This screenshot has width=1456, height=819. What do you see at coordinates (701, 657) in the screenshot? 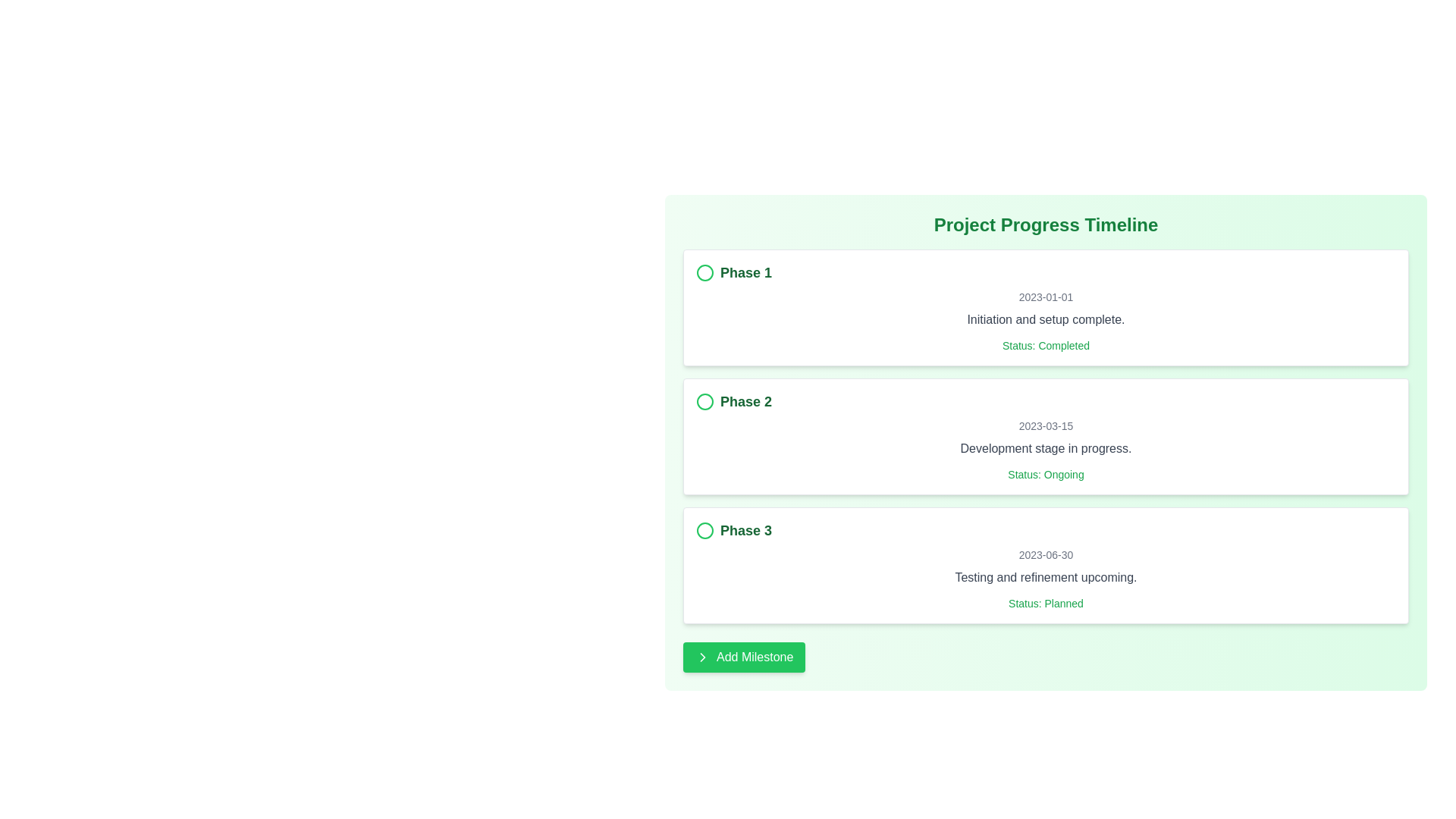
I see `the chevron arrow icon pointing to the right, which is part of the 'Add Milestone' button` at bounding box center [701, 657].